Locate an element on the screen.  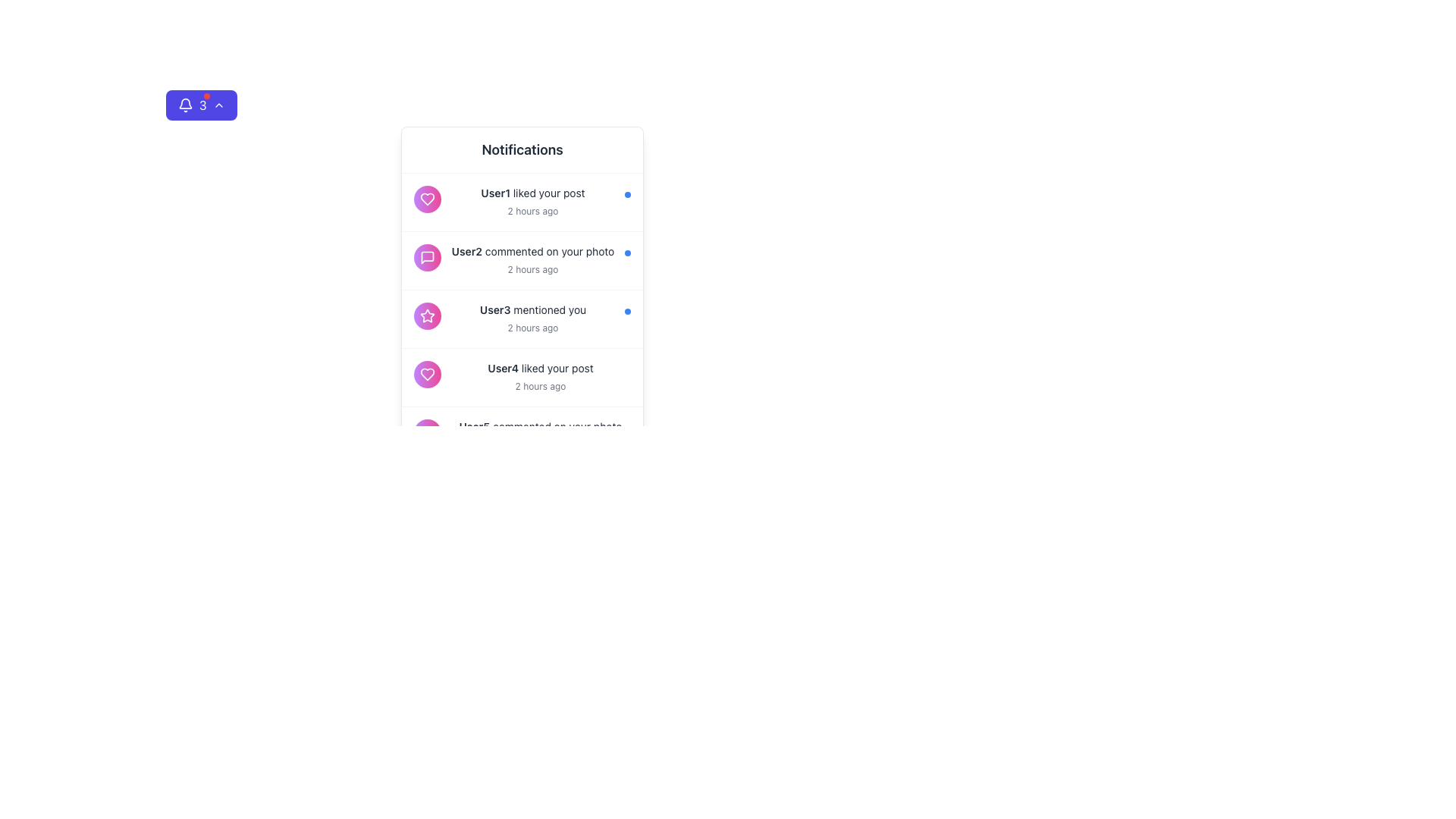
the heart-shaped decorative icon in the fourth row of the notification list that indicates 'User4 liked your post' is located at coordinates (427, 198).